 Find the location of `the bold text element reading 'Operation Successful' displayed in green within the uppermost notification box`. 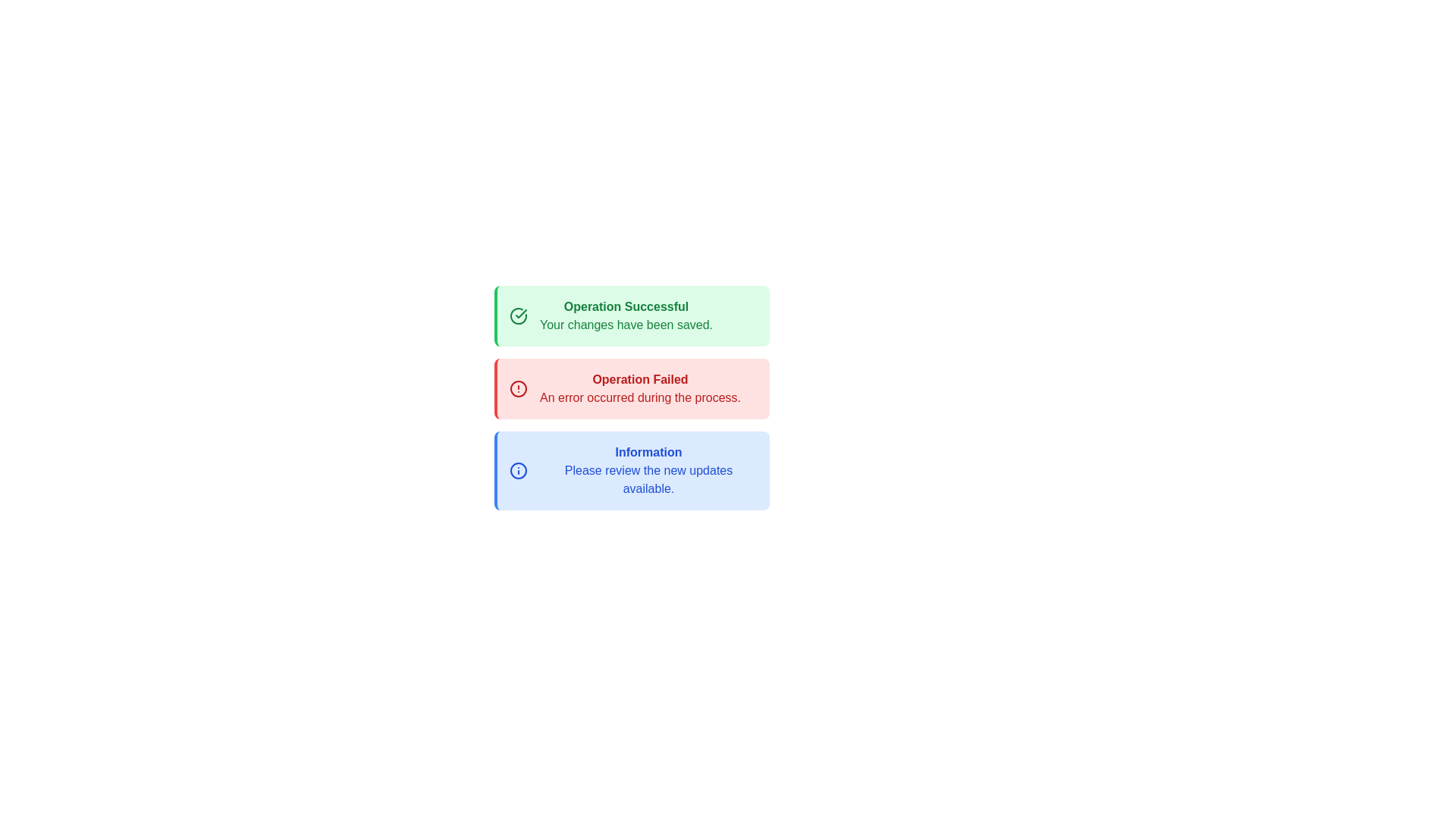

the bold text element reading 'Operation Successful' displayed in green within the uppermost notification box is located at coordinates (626, 307).